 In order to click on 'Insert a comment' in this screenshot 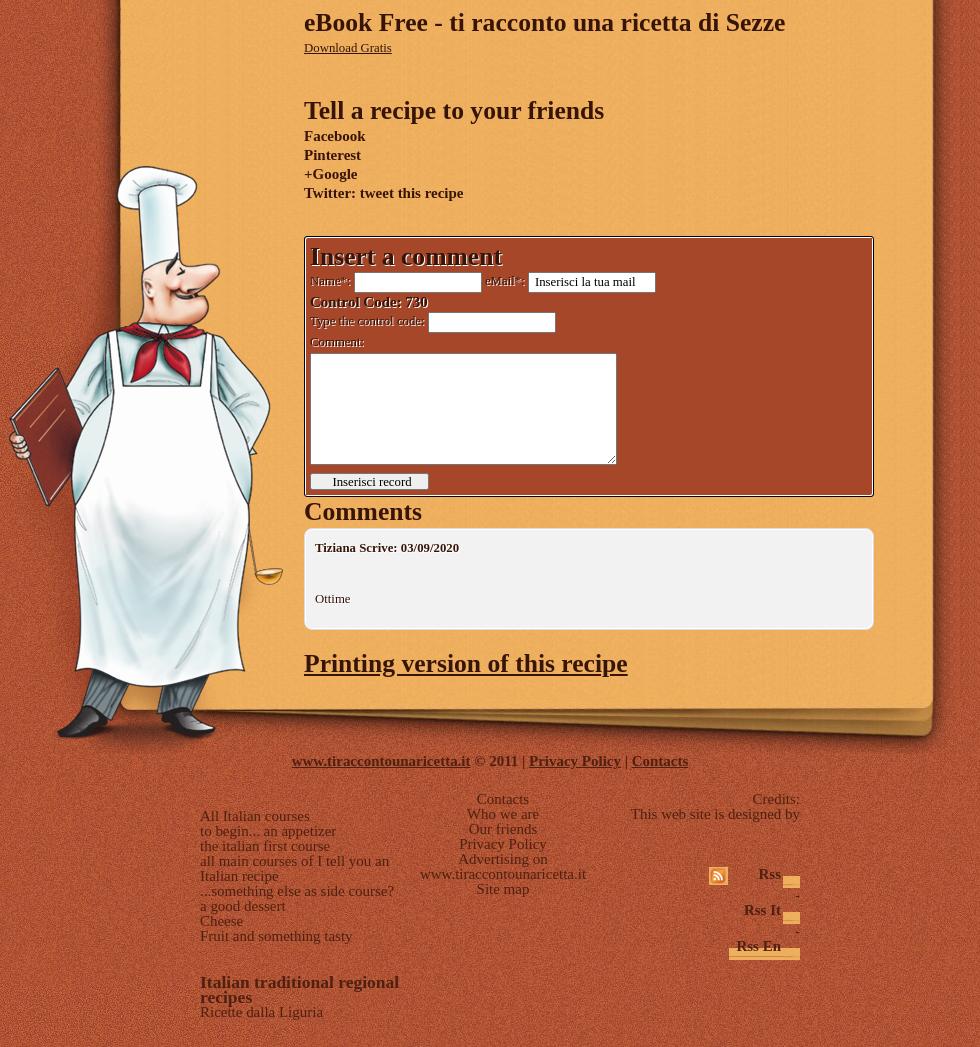, I will do `click(309, 255)`.